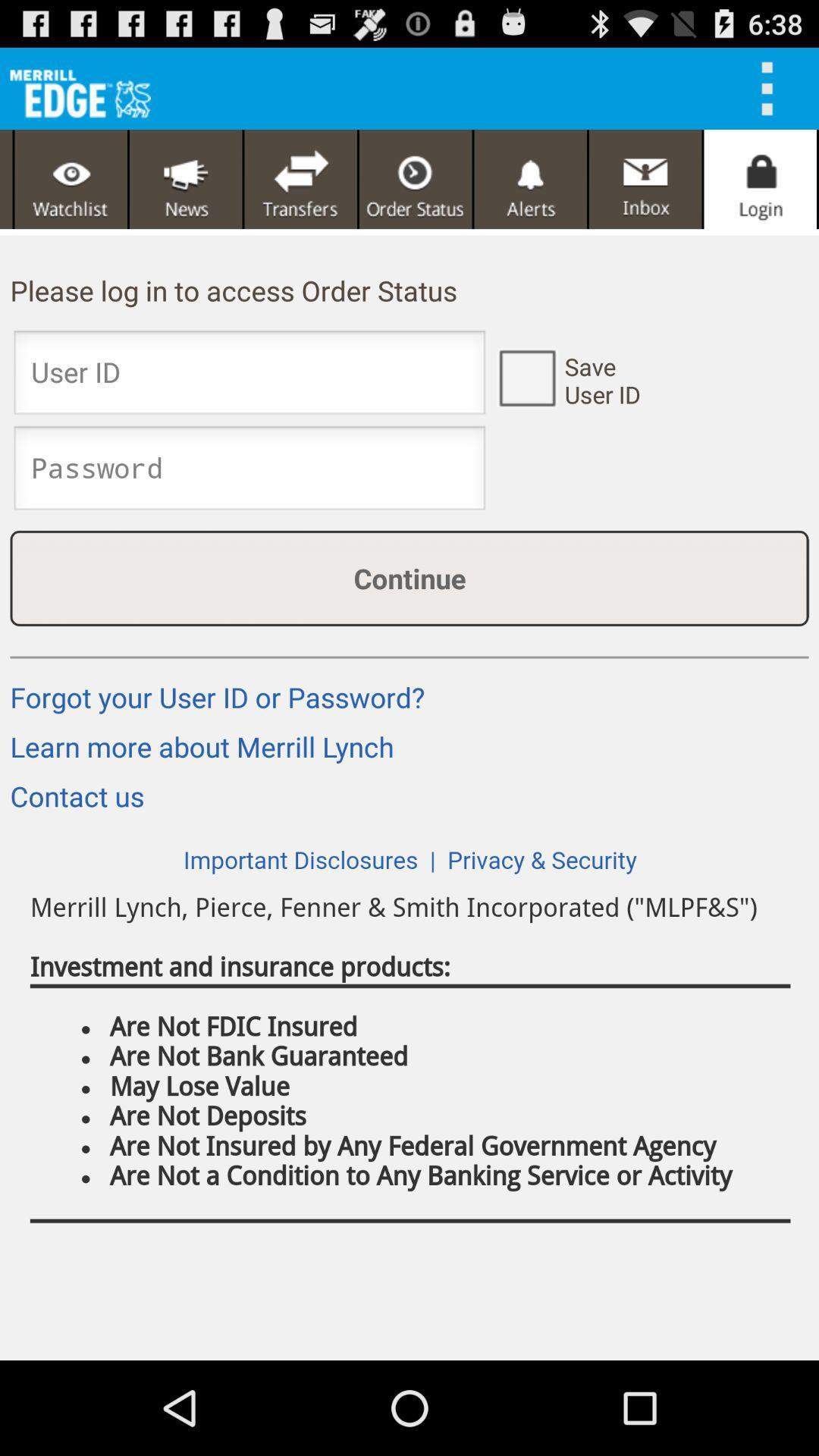 The width and height of the screenshot is (819, 1456). What do you see at coordinates (249, 472) in the screenshot?
I see `enter password screen` at bounding box center [249, 472].